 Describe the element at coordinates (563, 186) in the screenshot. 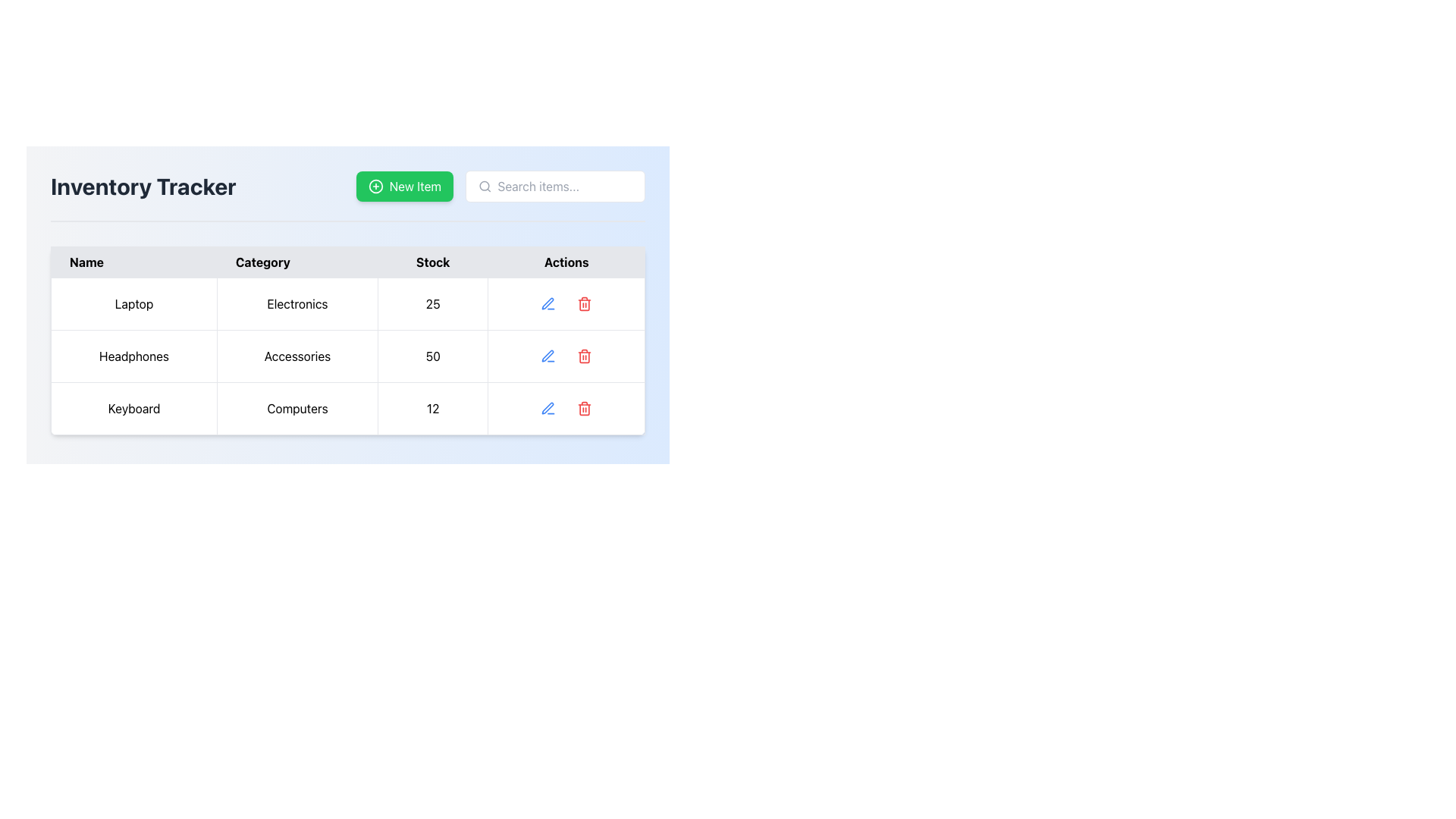

I see `the text input field located near the top right corner of the interface, adjacent to the magnifying glass icon` at that location.